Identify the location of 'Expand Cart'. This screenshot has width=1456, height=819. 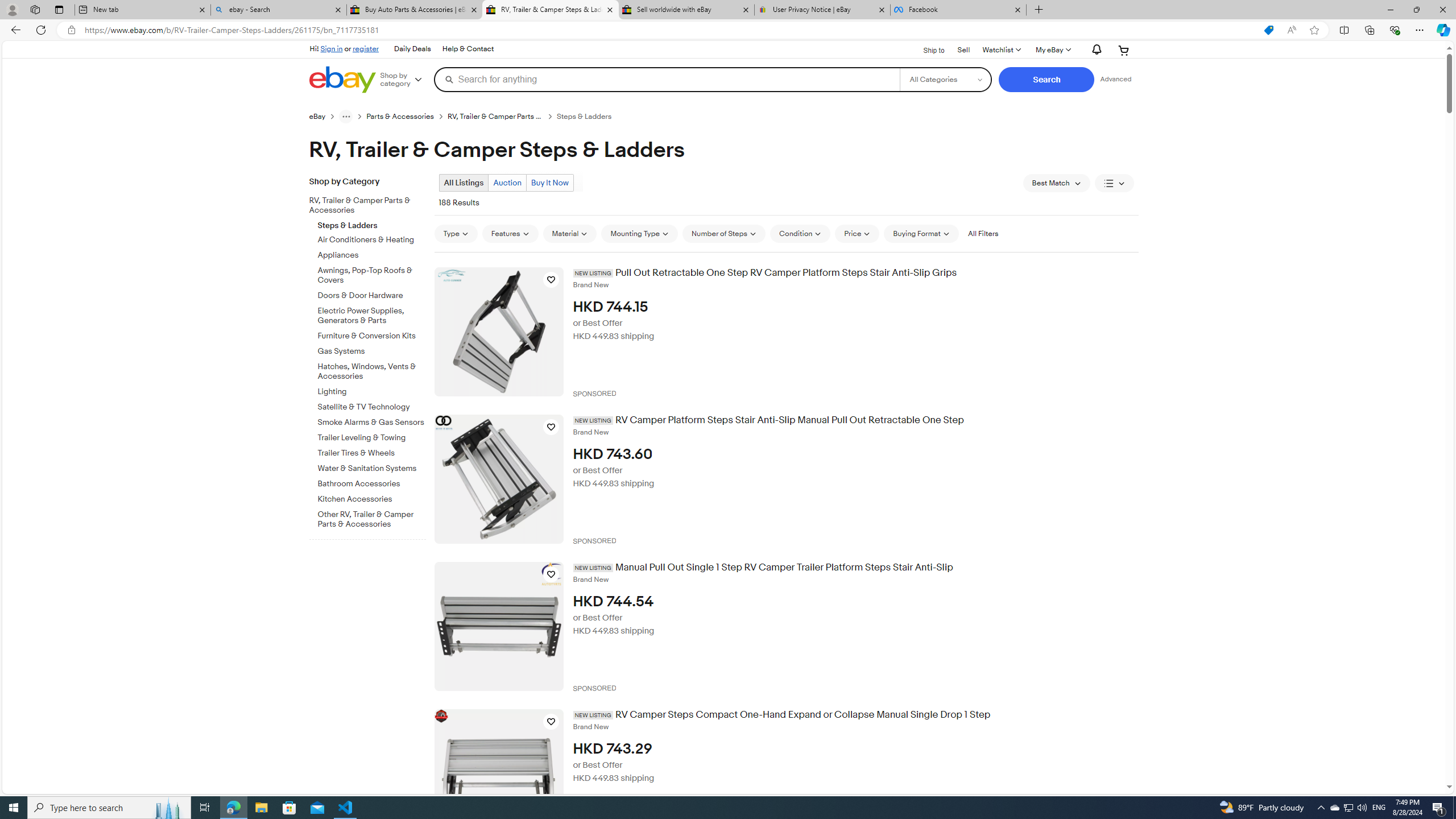
(1124, 49).